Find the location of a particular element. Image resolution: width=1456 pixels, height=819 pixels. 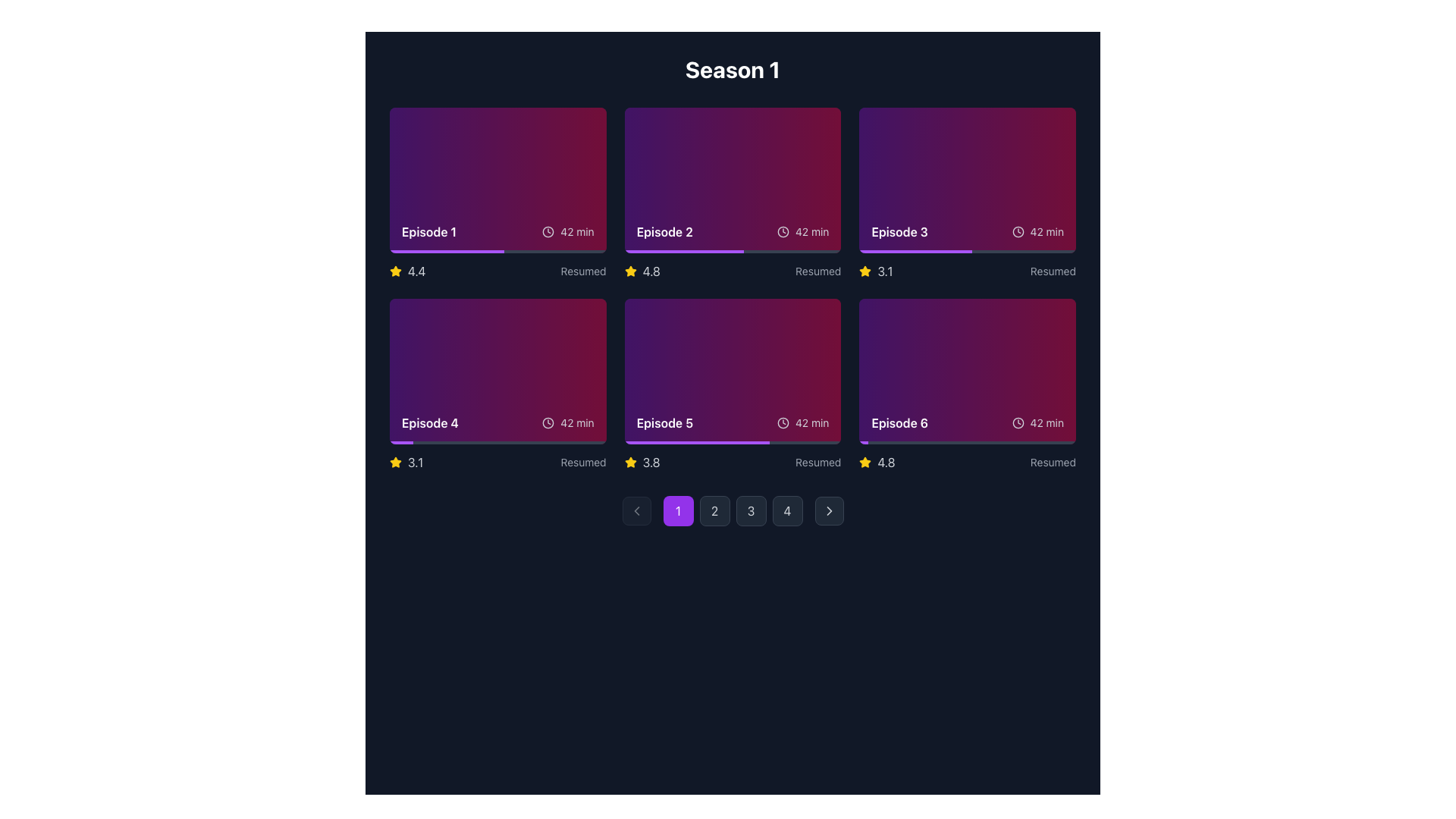

rating value from the text label of the Rating display component located in the lower-right section of the layout, corresponding to the sixth episode in a grid is located at coordinates (877, 461).